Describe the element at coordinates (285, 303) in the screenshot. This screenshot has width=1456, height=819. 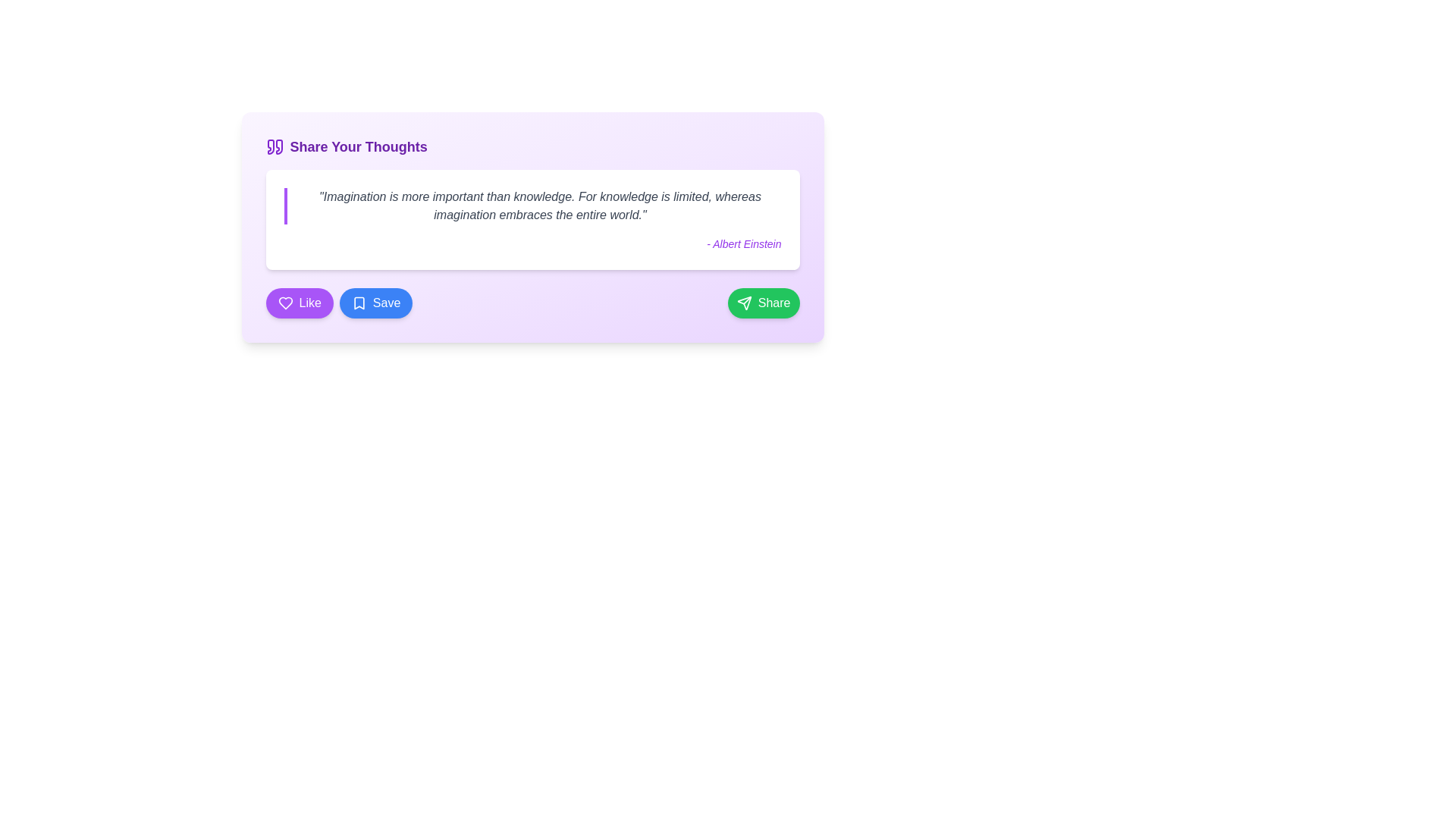
I see `the Heart shape icon representing the 'Like' action for accessibility interactions` at that location.